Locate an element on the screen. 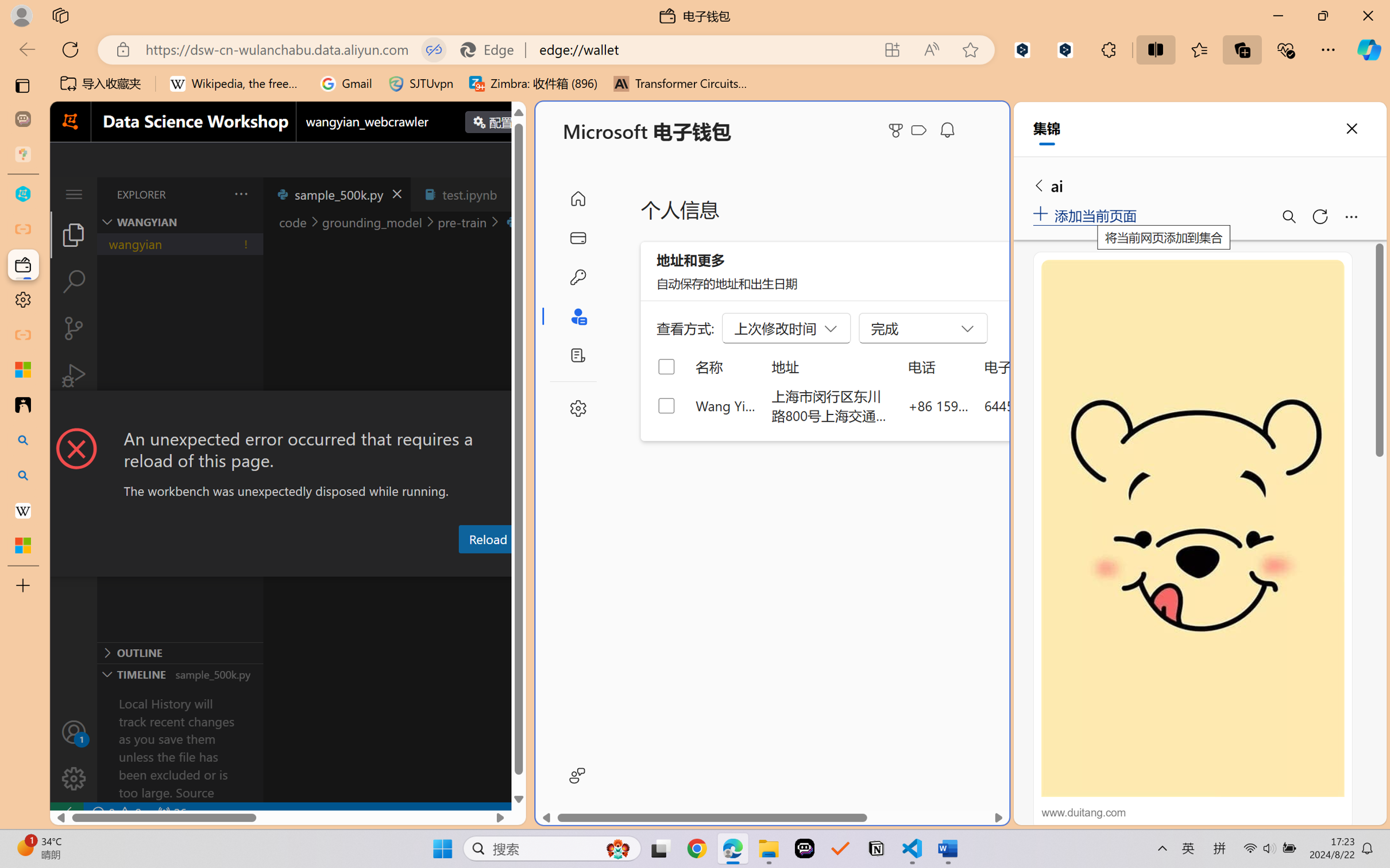  'Debug Console (Ctrl+Shift+Y)' is located at coordinates (464, 566).